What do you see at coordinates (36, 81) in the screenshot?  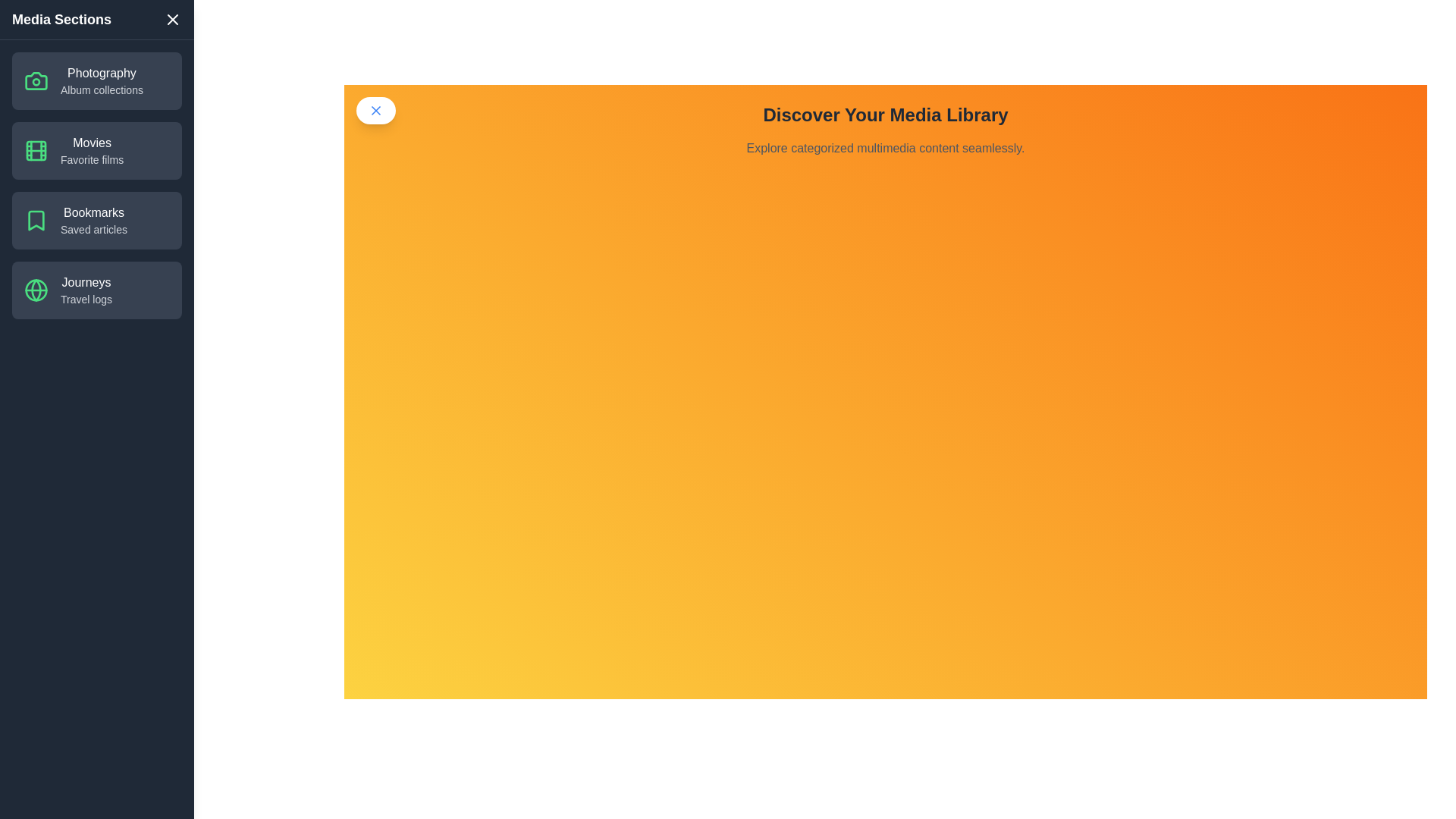 I see `the category item containing the icon for Photography` at bounding box center [36, 81].